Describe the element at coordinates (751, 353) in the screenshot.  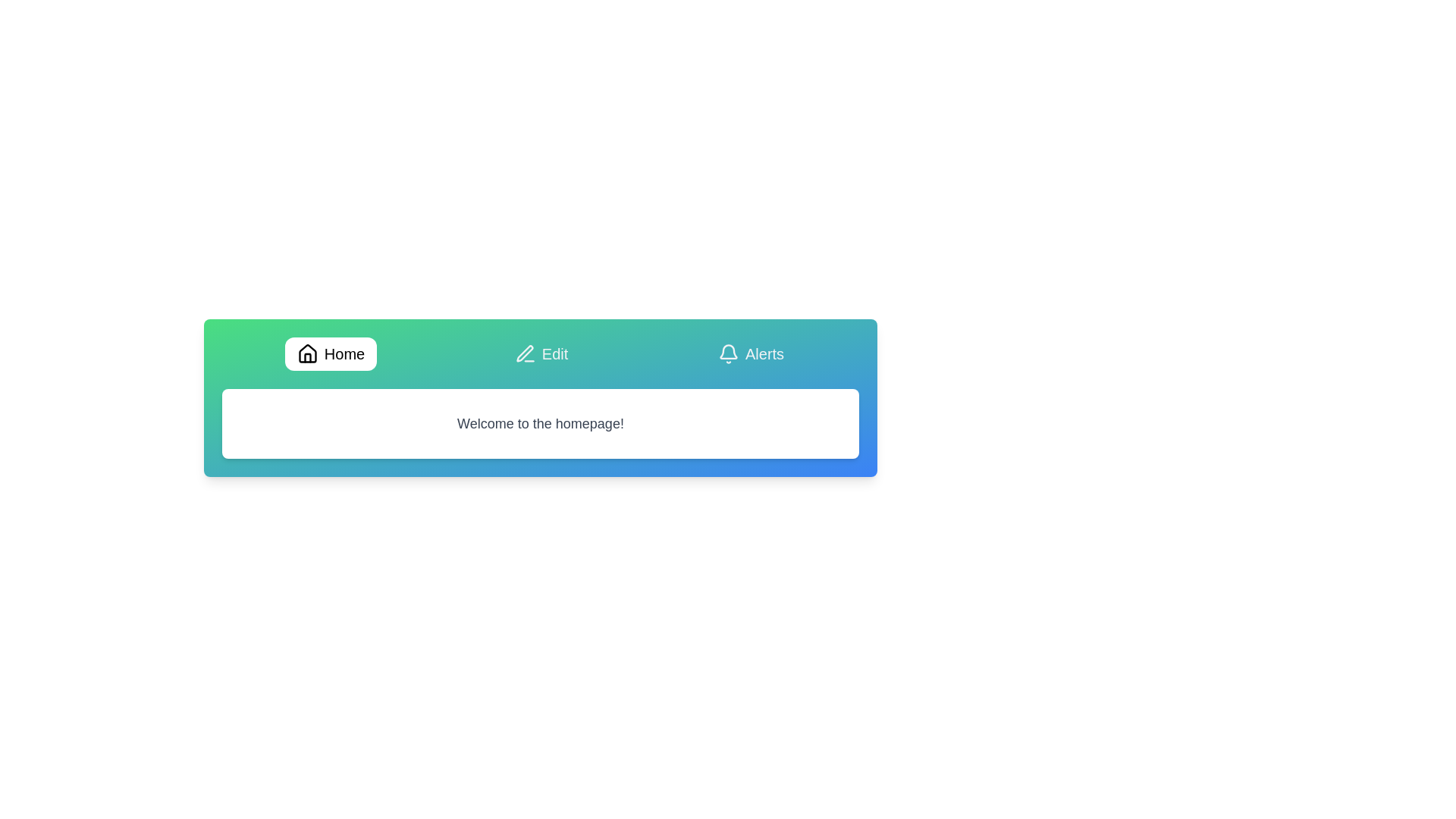
I see `the tab labeled Alerts` at that location.